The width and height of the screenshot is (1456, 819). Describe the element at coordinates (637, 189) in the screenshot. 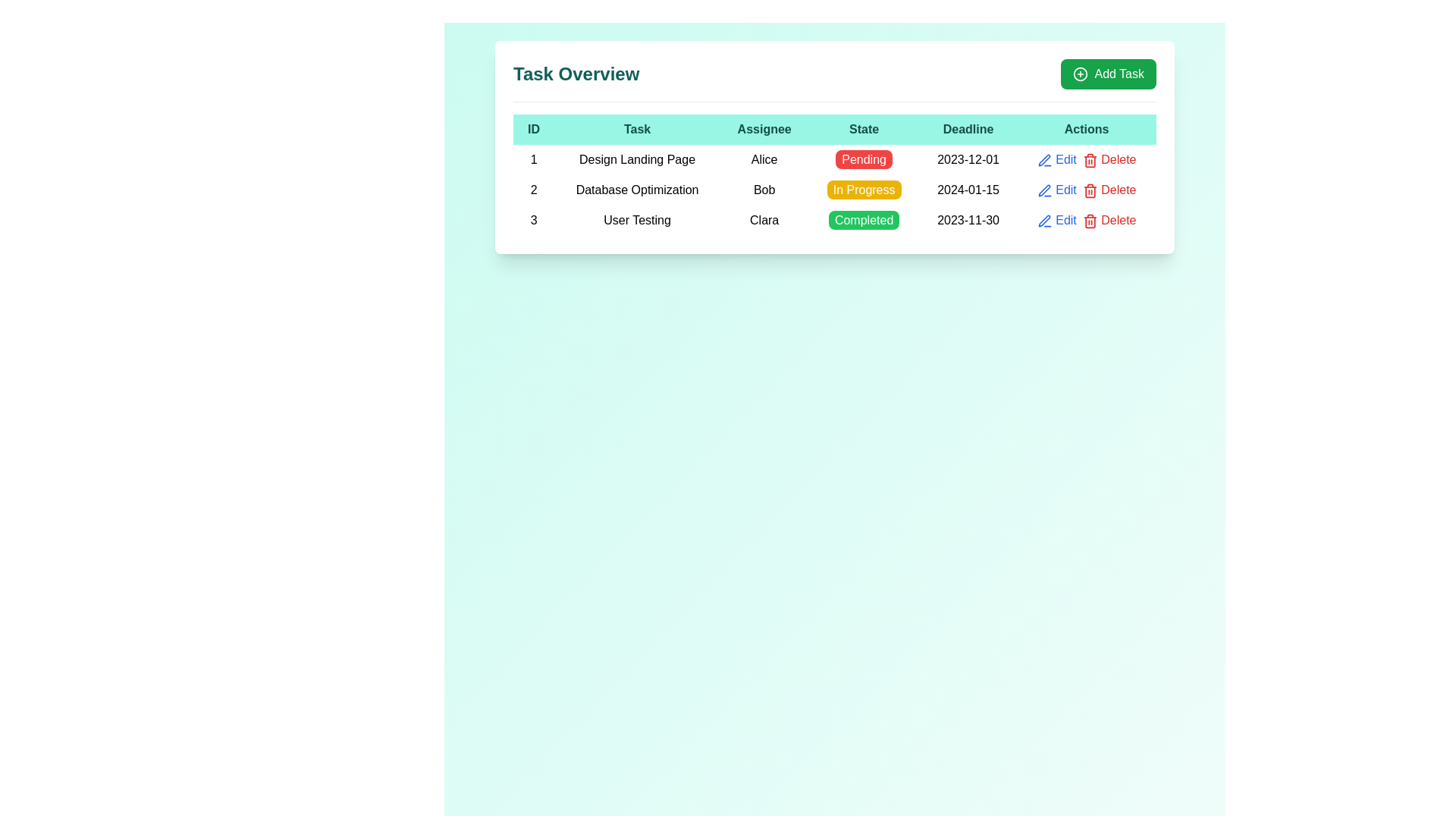

I see `the static text element displaying 'Database Optimization' which is the second item in the 'Task' column of the table, aligned with ID '2', assignee 'Bob', and status 'In Progress'` at that location.